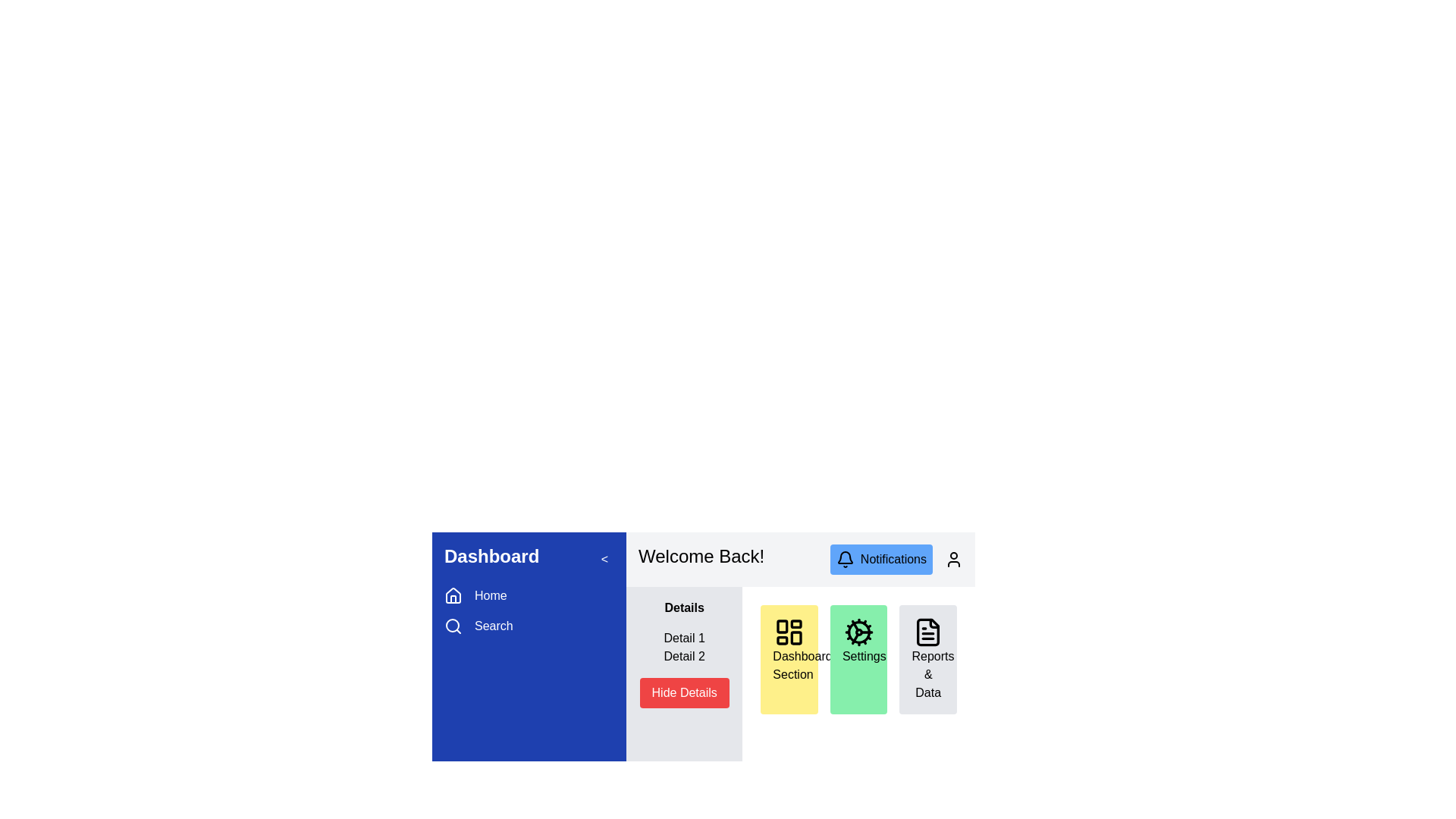 This screenshot has width=1456, height=819. Describe the element at coordinates (896, 559) in the screenshot. I see `the blue rectangular button with a black bell icon and 'Notifications' text` at that location.